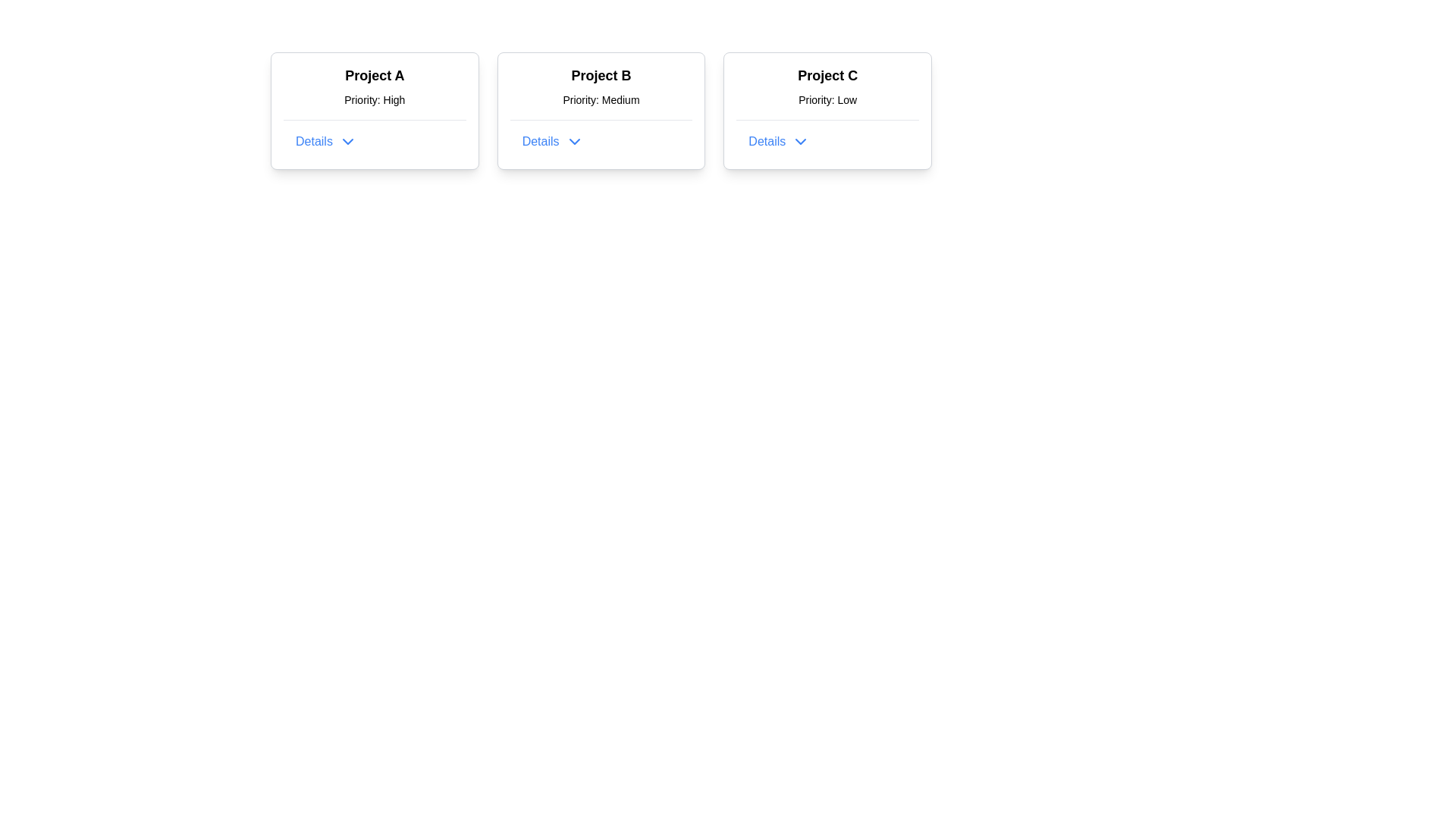  What do you see at coordinates (375, 99) in the screenshot?
I see `the text label that displays 'Priority: High', which is positioned below the 'Project A' heading in the centered card layout` at bounding box center [375, 99].